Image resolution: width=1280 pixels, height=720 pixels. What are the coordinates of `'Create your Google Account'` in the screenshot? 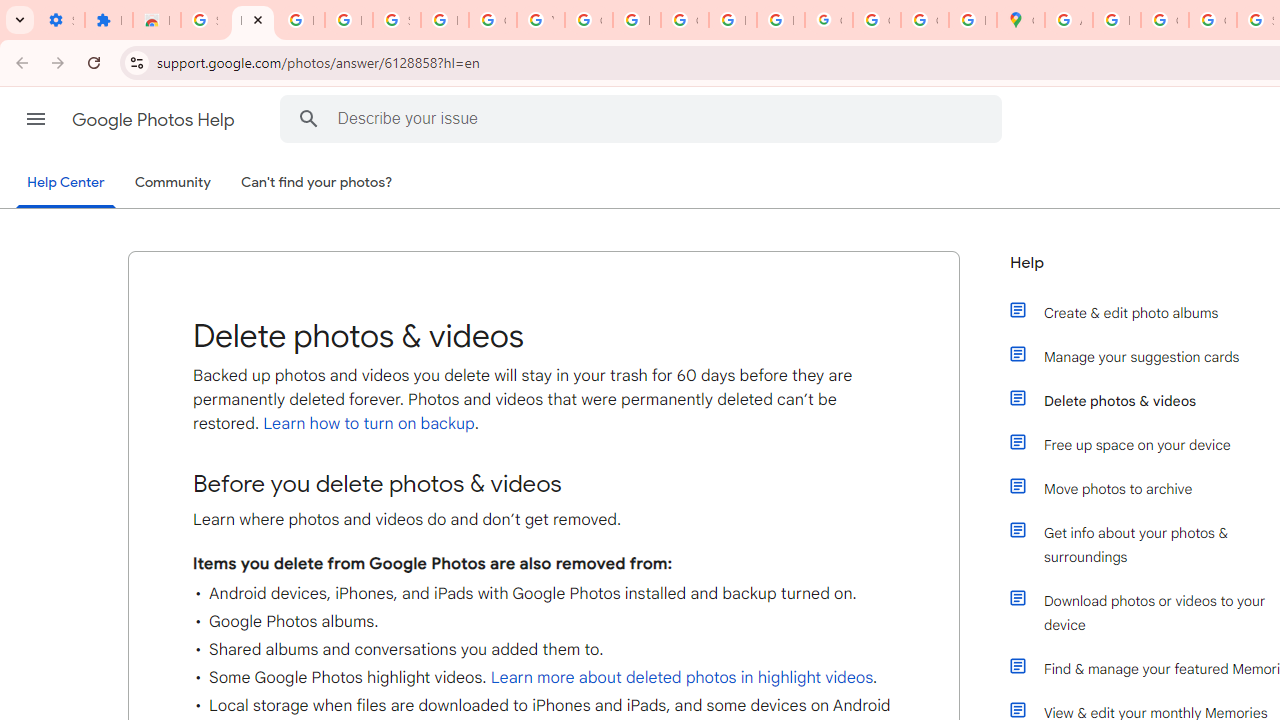 It's located at (1164, 20).